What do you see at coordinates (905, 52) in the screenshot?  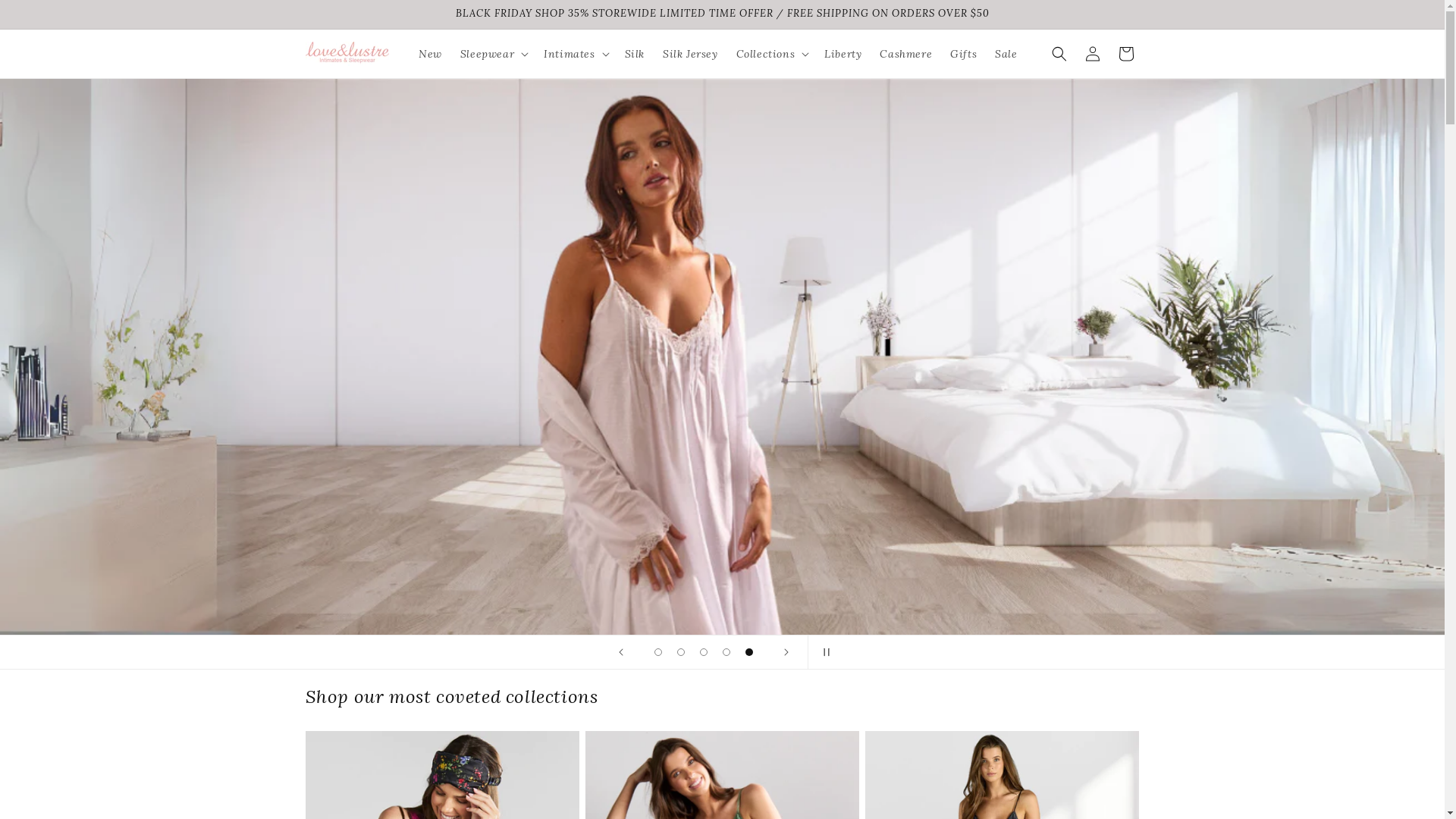 I see `'Cashmere'` at bounding box center [905, 52].